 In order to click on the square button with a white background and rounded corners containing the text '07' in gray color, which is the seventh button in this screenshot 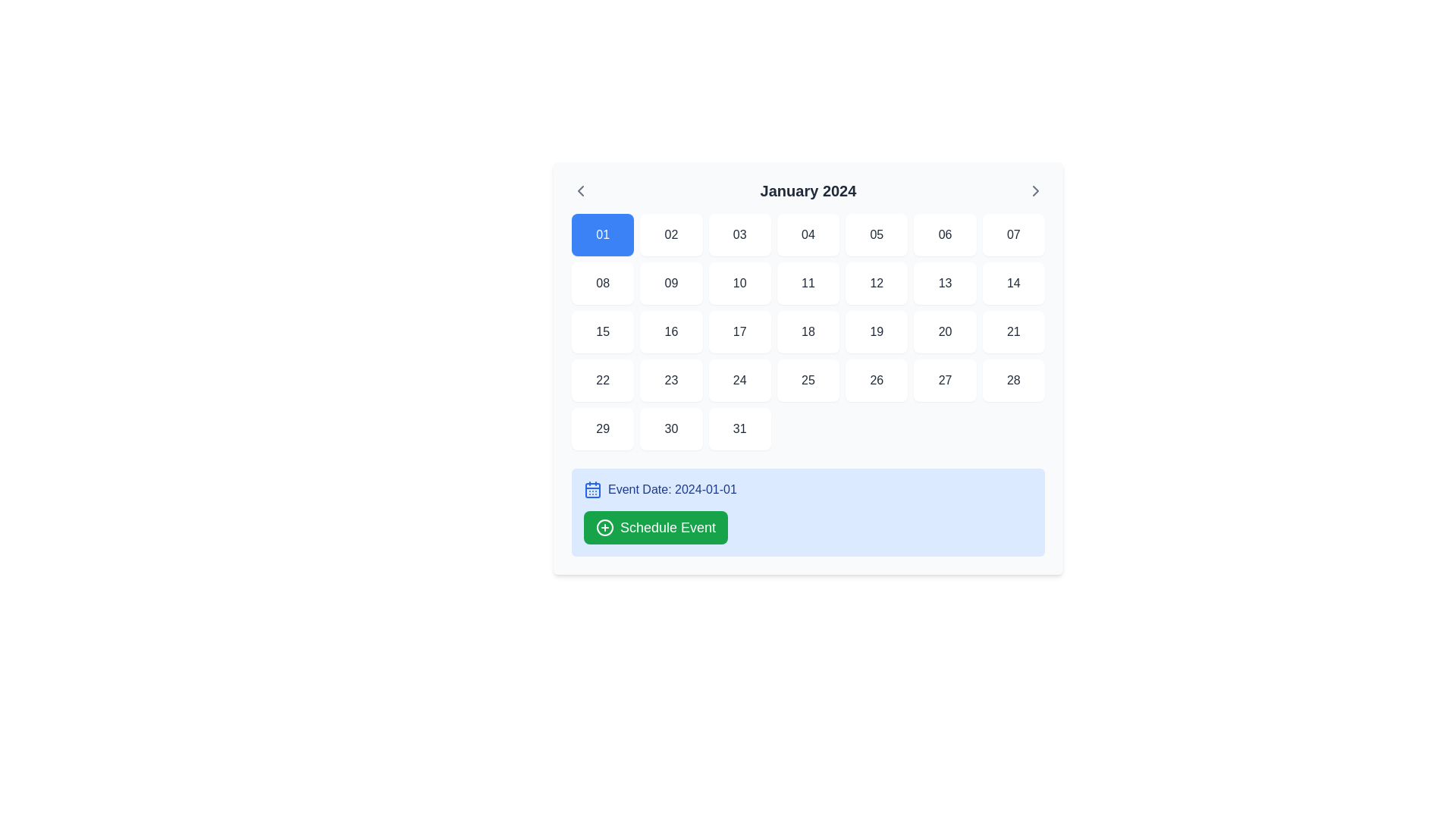, I will do `click(1013, 234)`.